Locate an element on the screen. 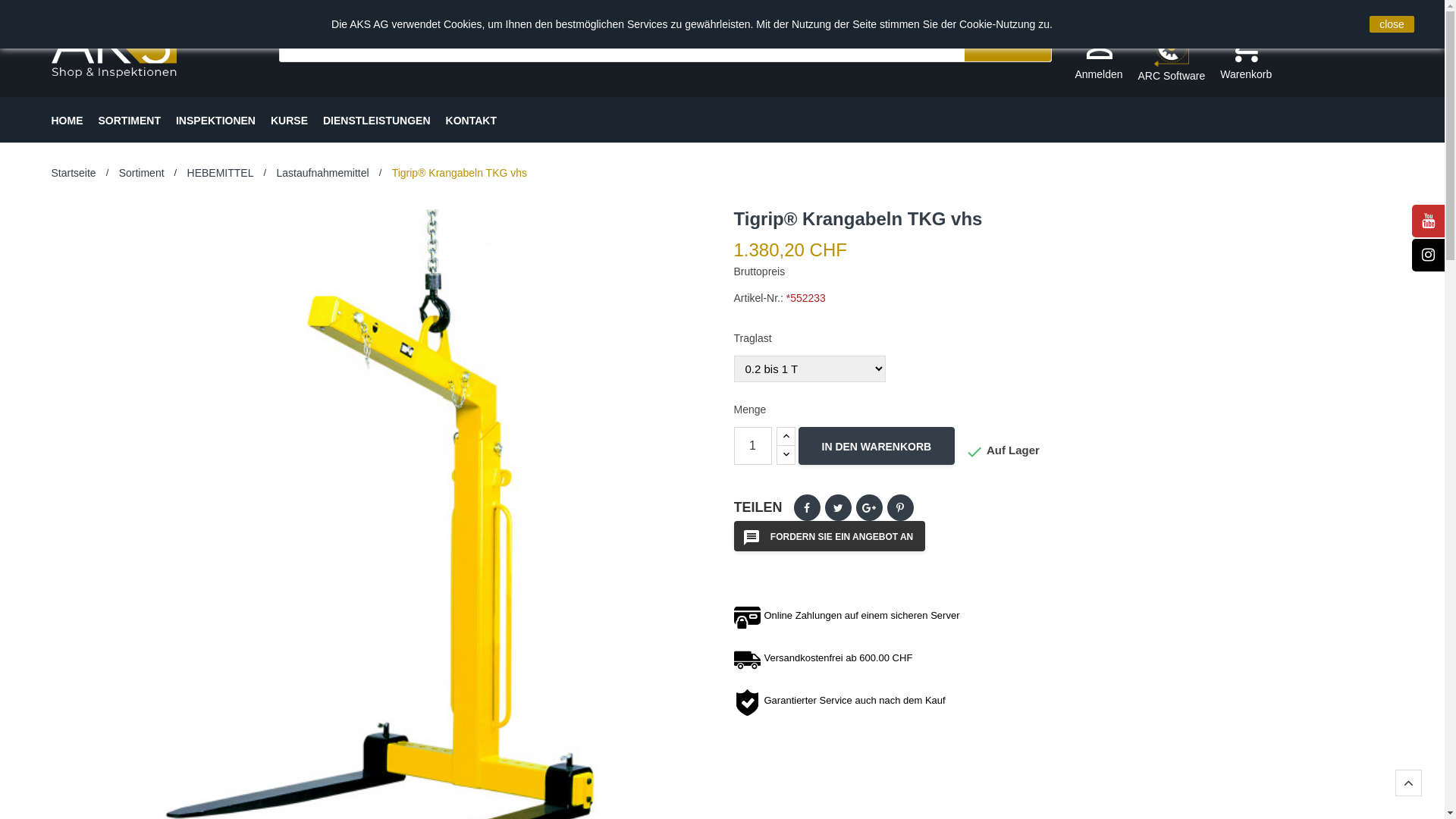  'Pinterest' is located at coordinates (900, 507).